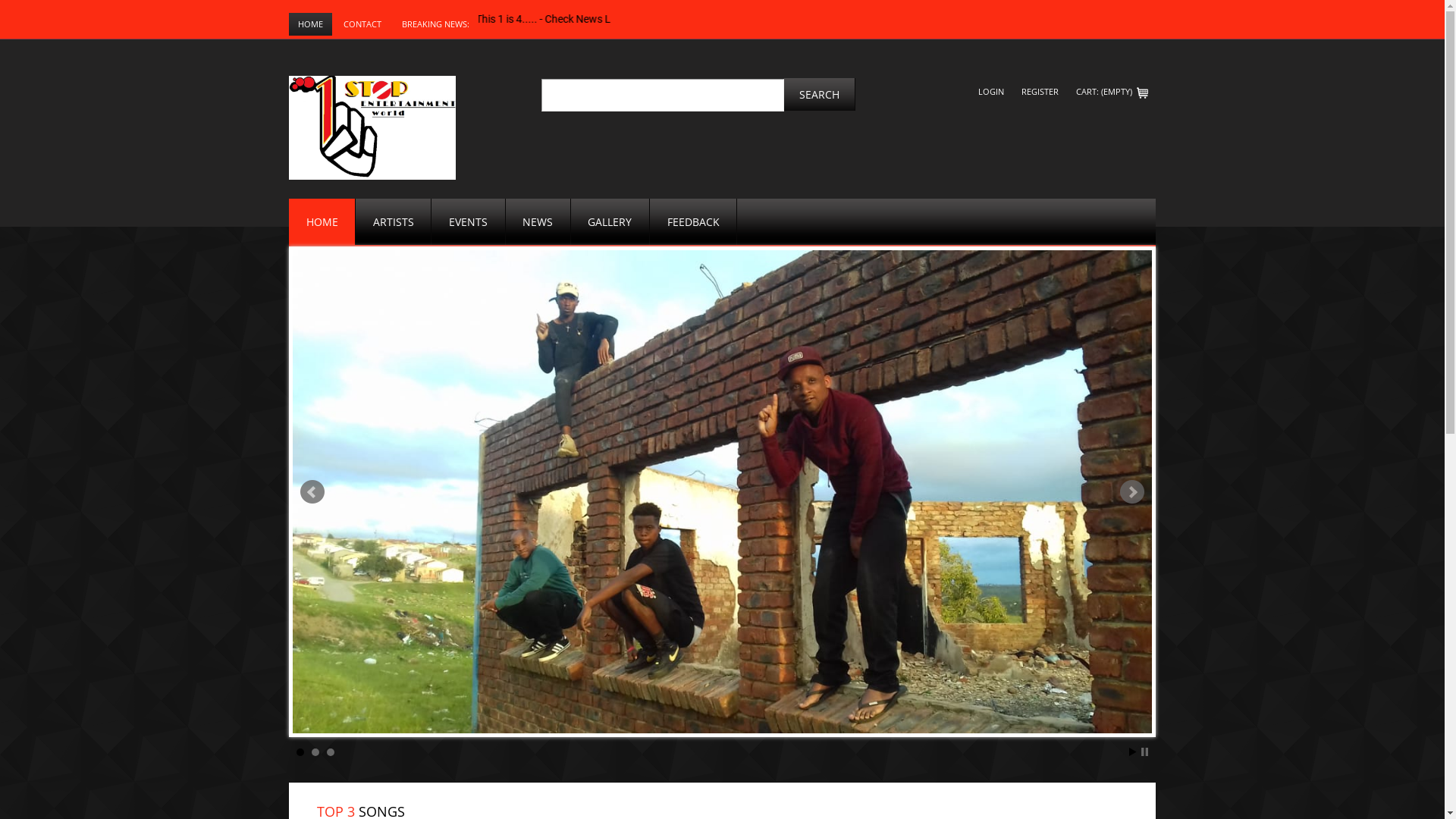 This screenshot has height=819, width=1456. What do you see at coordinates (330, 752) in the screenshot?
I see `'3'` at bounding box center [330, 752].